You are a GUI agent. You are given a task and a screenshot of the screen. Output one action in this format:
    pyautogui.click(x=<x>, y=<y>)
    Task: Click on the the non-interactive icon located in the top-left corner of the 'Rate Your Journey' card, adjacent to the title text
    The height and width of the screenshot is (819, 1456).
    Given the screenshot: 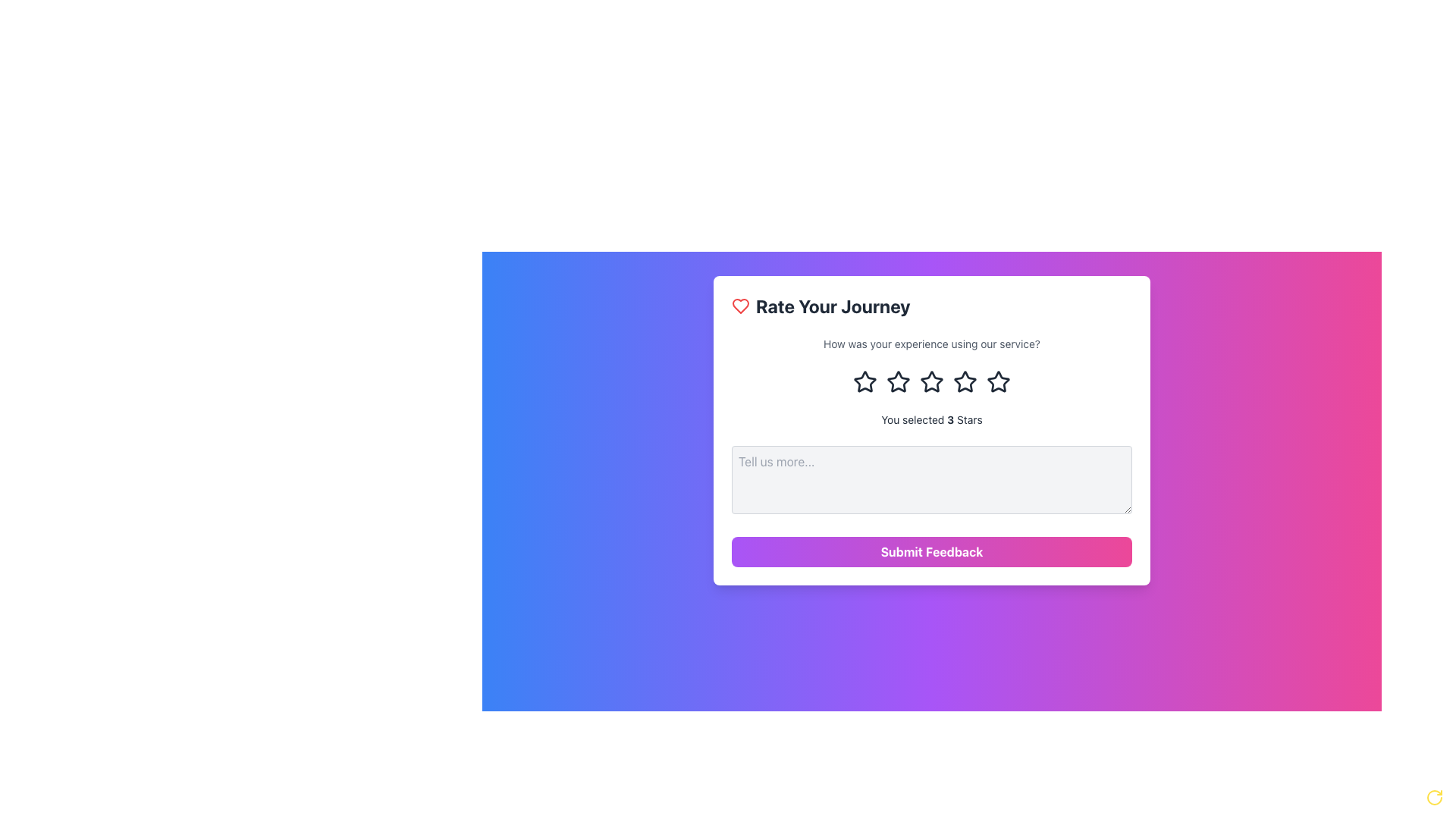 What is the action you would take?
    pyautogui.click(x=741, y=306)
    